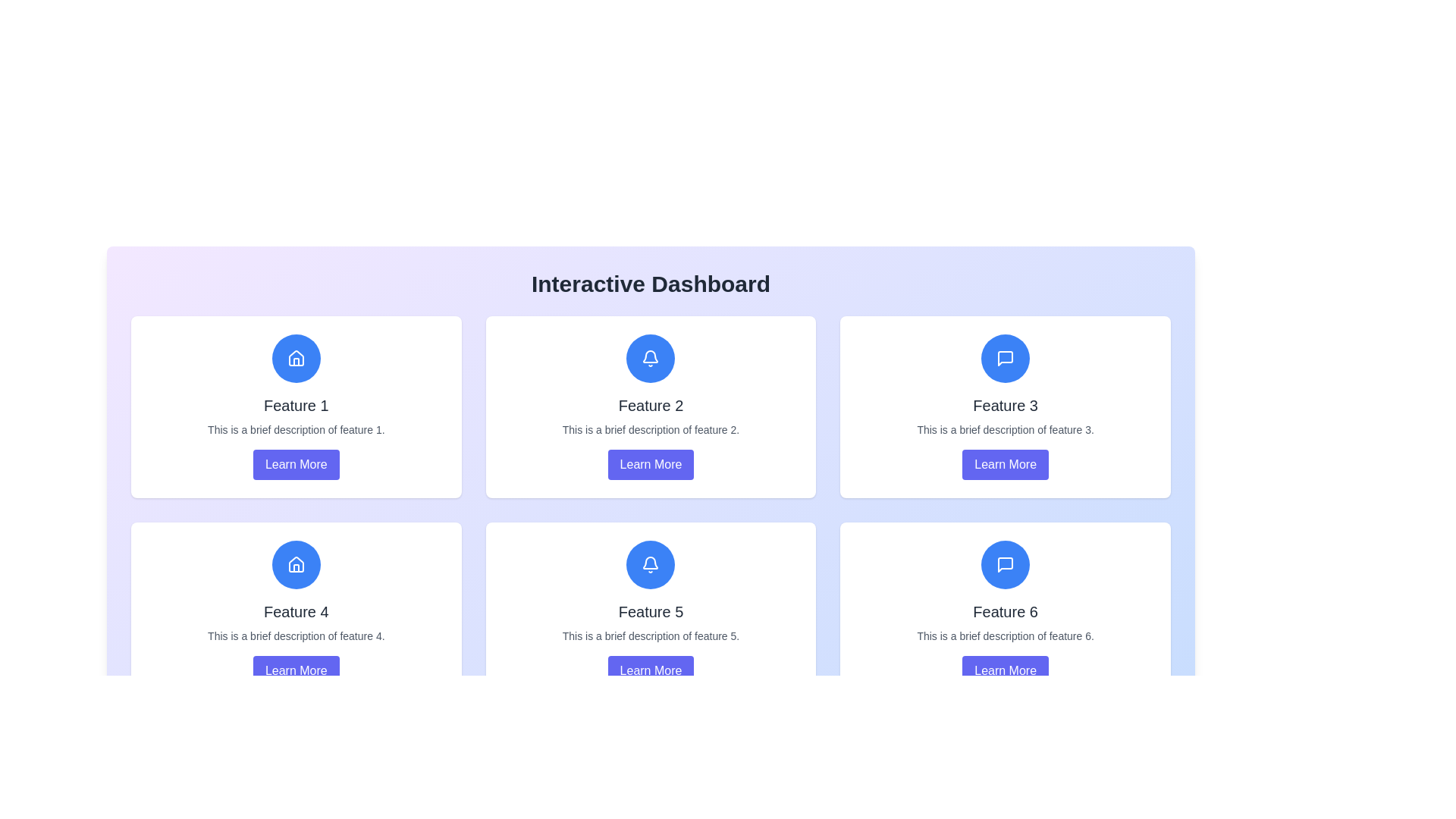 This screenshot has height=819, width=1456. Describe the element at coordinates (1006, 405) in the screenshot. I see `the heading or label text that serves to label the feature described in the card, located below a circular icon and above the feature's description and 'Learn More' button` at that location.